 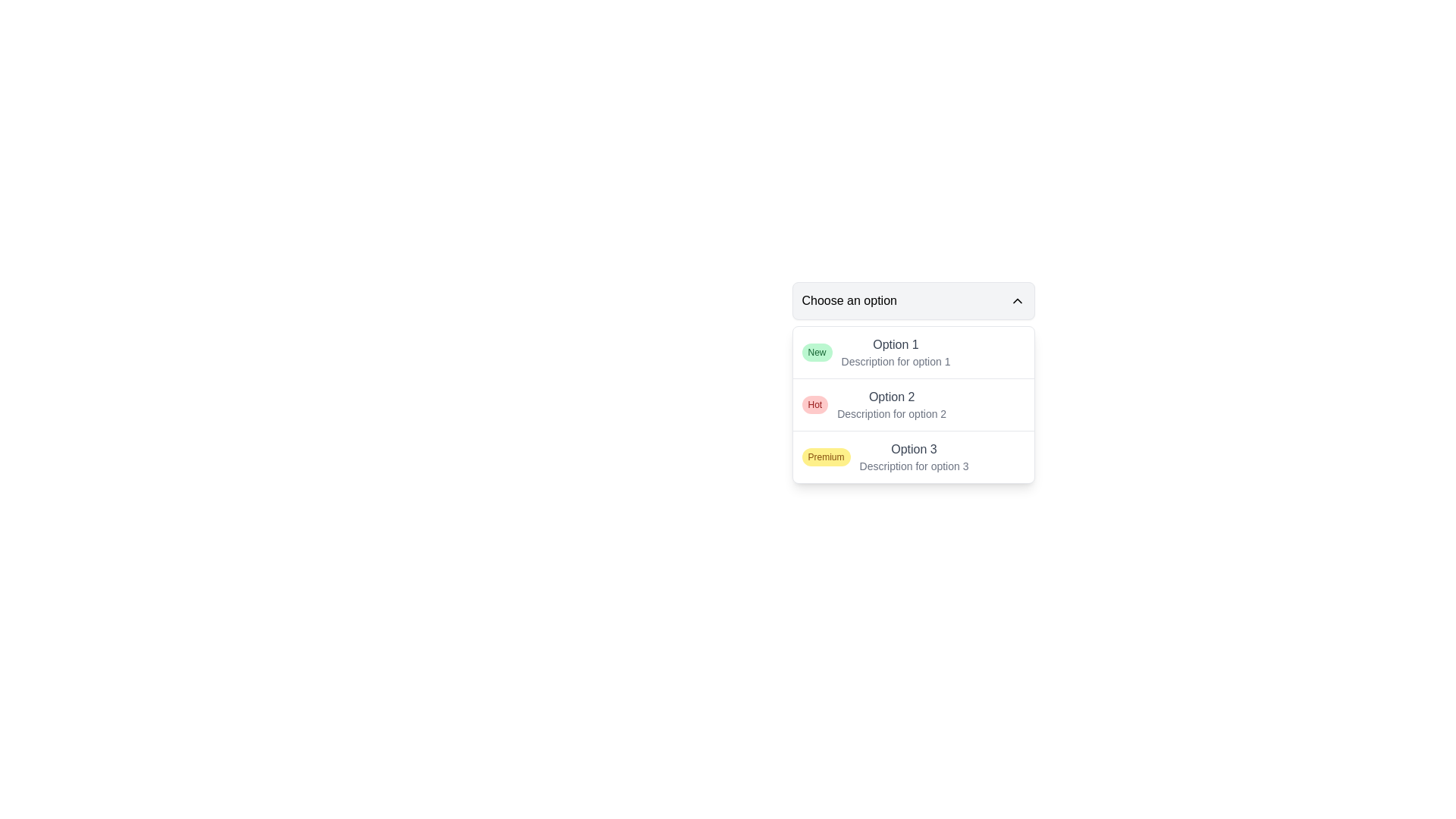 I want to click on the second option in the list, which has a label and description along with a 'Hot' badge on its left side, so click(x=892, y=403).